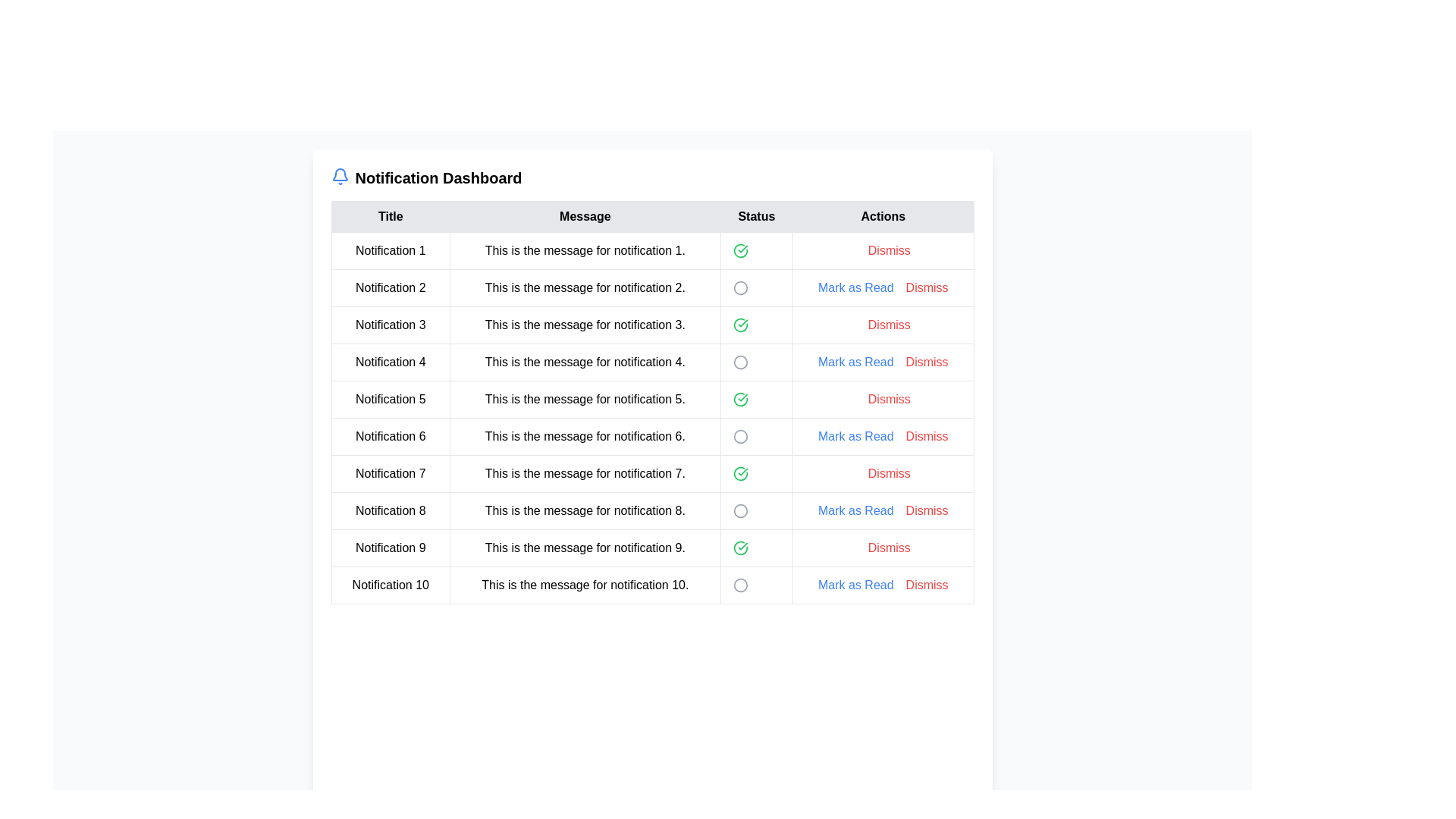  I want to click on the fifth row in the 'Notification Dashboard', so click(652, 418).